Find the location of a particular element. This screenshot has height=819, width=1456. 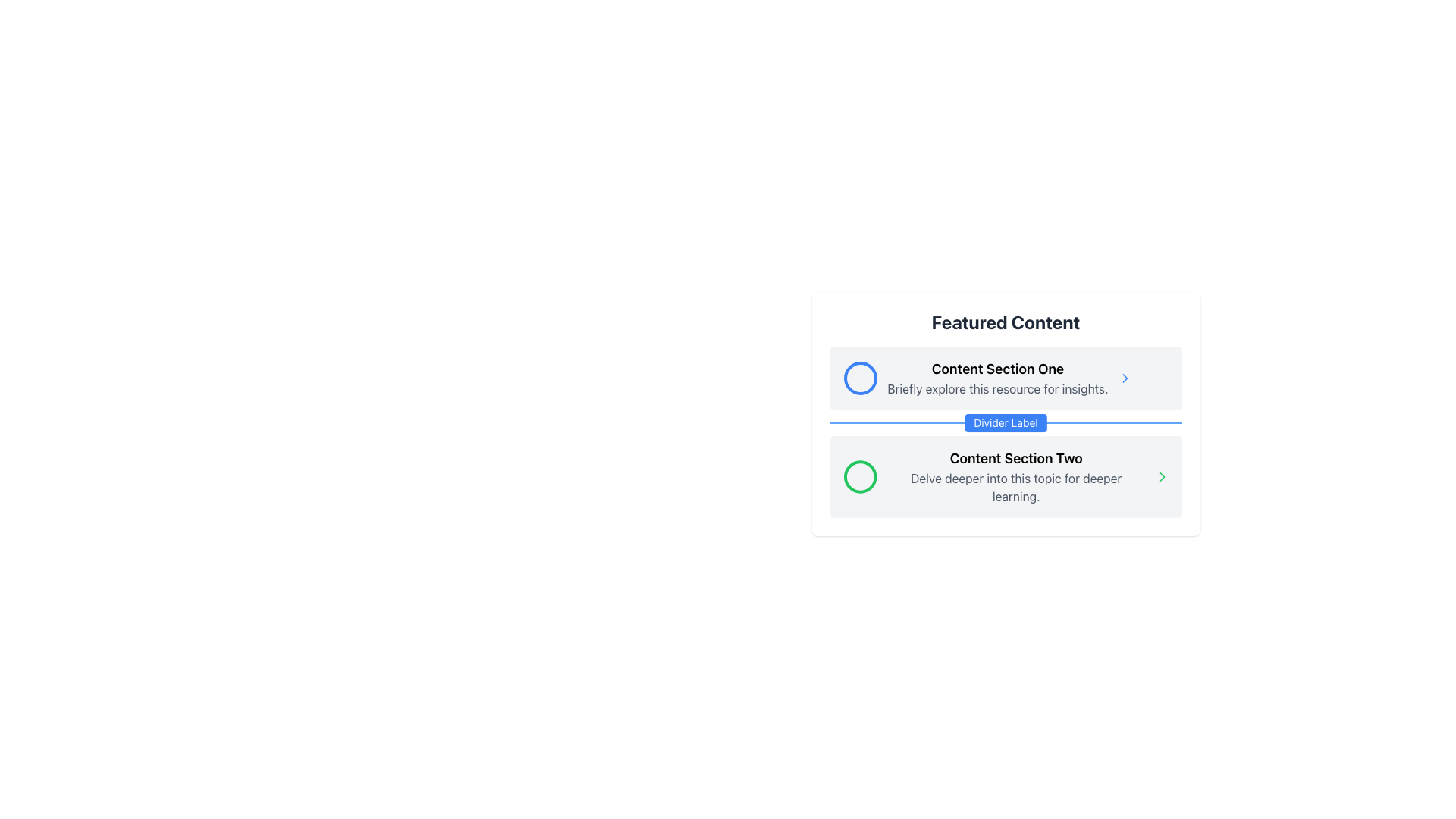

text label that says 'Delve deeper into this topic for deeper learning.' positioned below the heading 'Content Section Two' is located at coordinates (1016, 488).